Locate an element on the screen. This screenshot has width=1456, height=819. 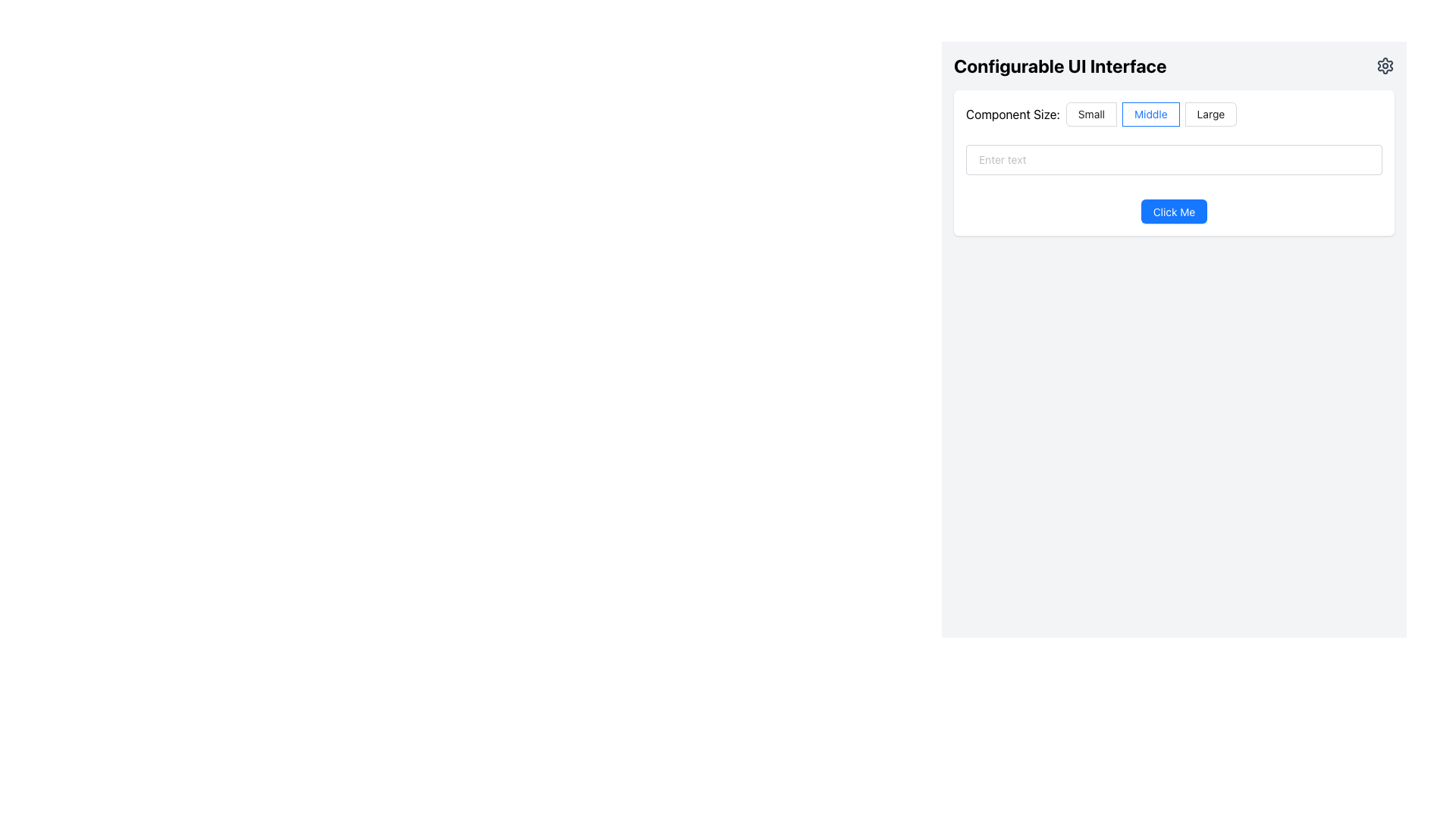
the 'Large' radio button option is located at coordinates (1210, 113).